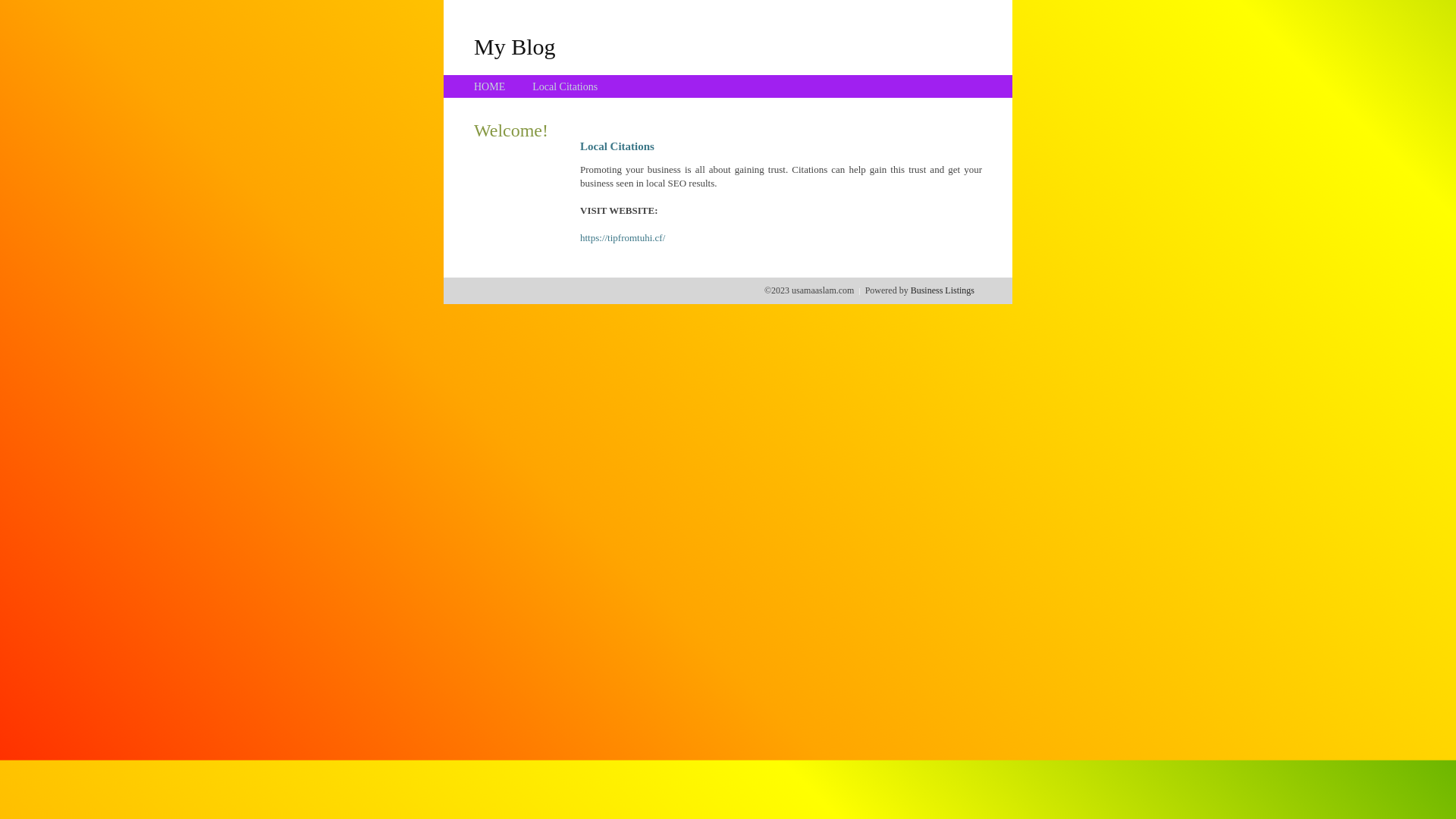 The height and width of the screenshot is (819, 1456). I want to click on 'https://tipfromtuhi.cf/', so click(622, 237).